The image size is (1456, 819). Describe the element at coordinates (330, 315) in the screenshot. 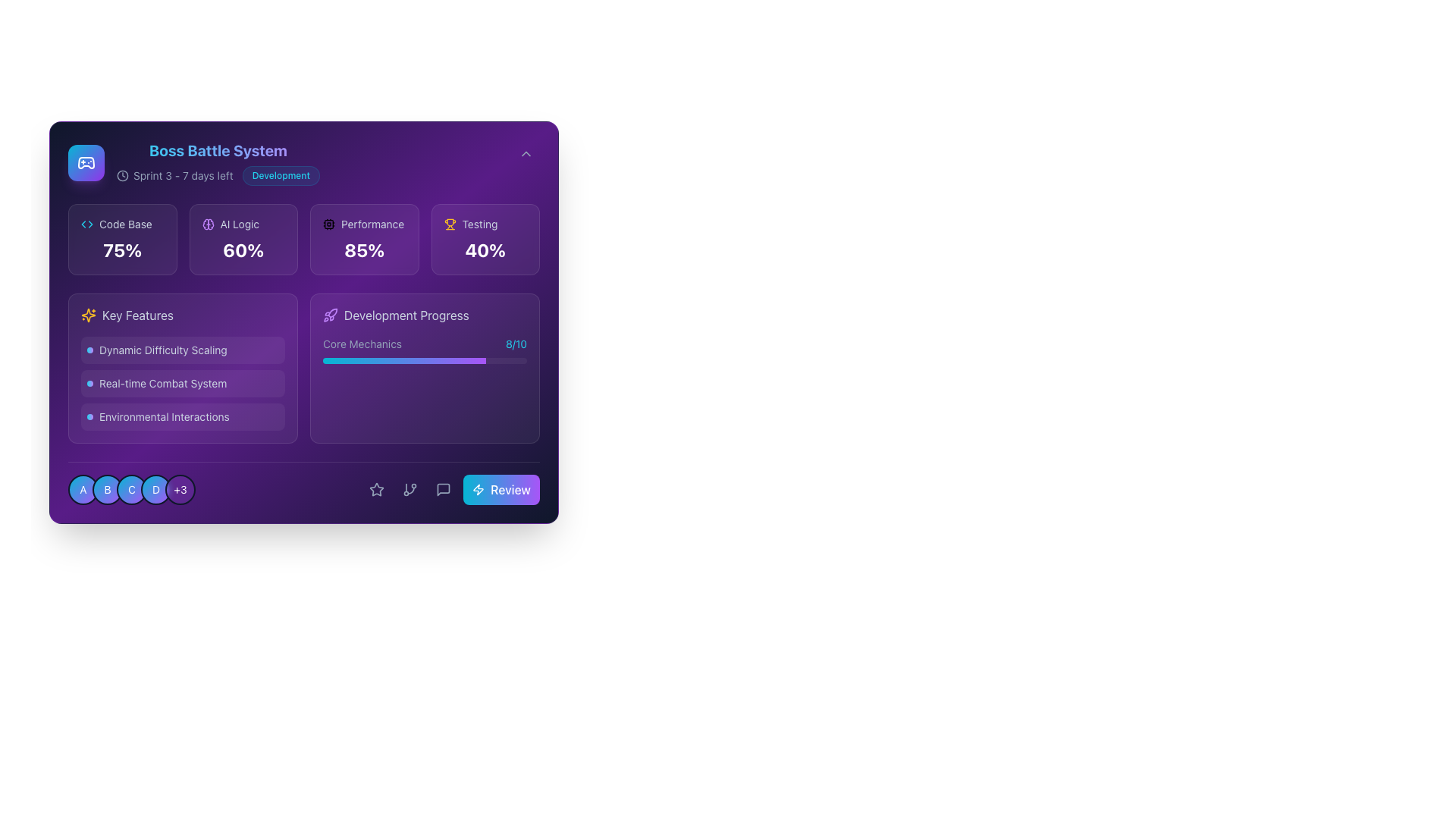

I see `the purple rocket-shaped icon located at the start of the 'Development Progress' text` at that location.